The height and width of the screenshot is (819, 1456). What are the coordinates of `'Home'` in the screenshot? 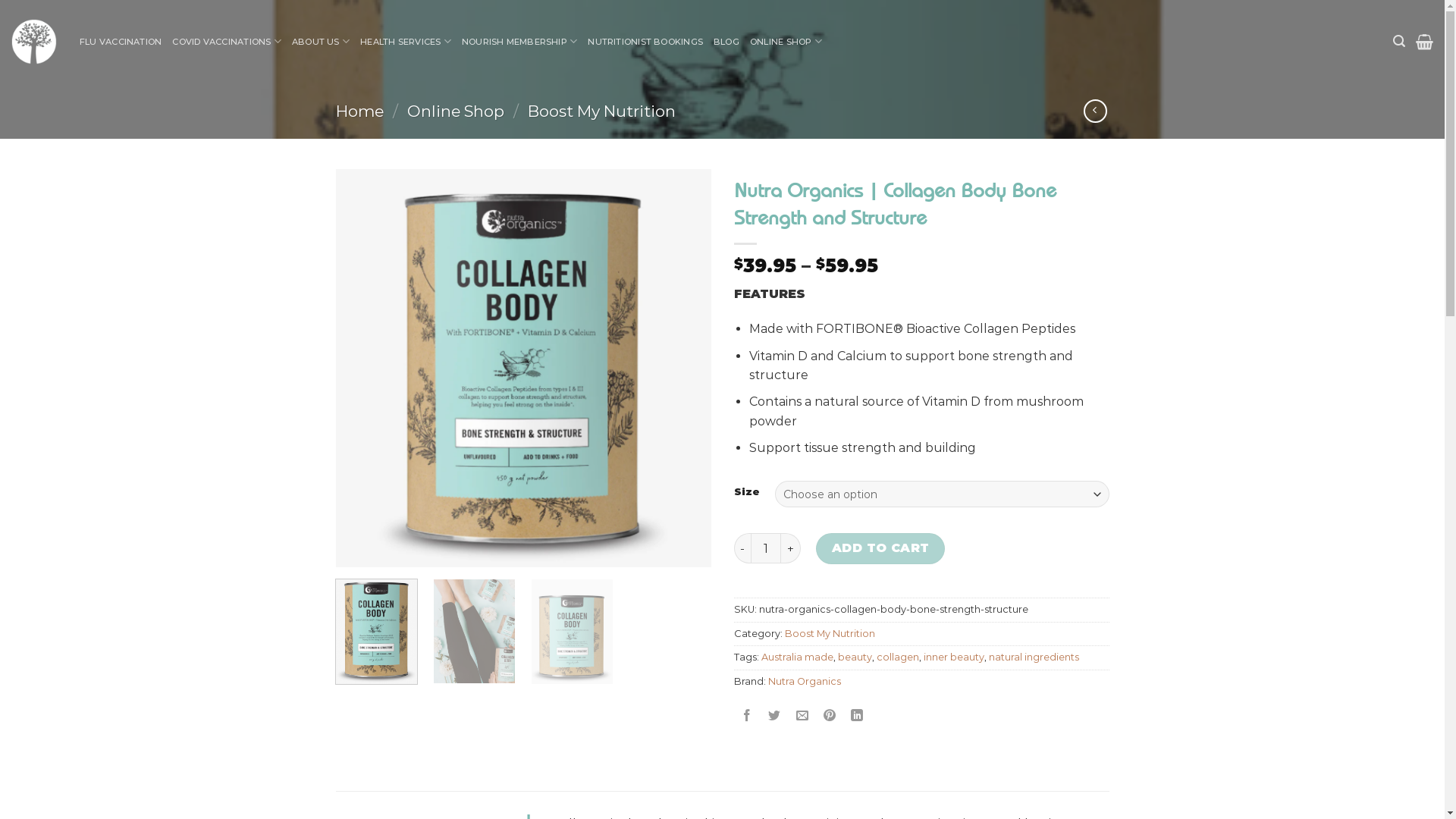 It's located at (358, 110).